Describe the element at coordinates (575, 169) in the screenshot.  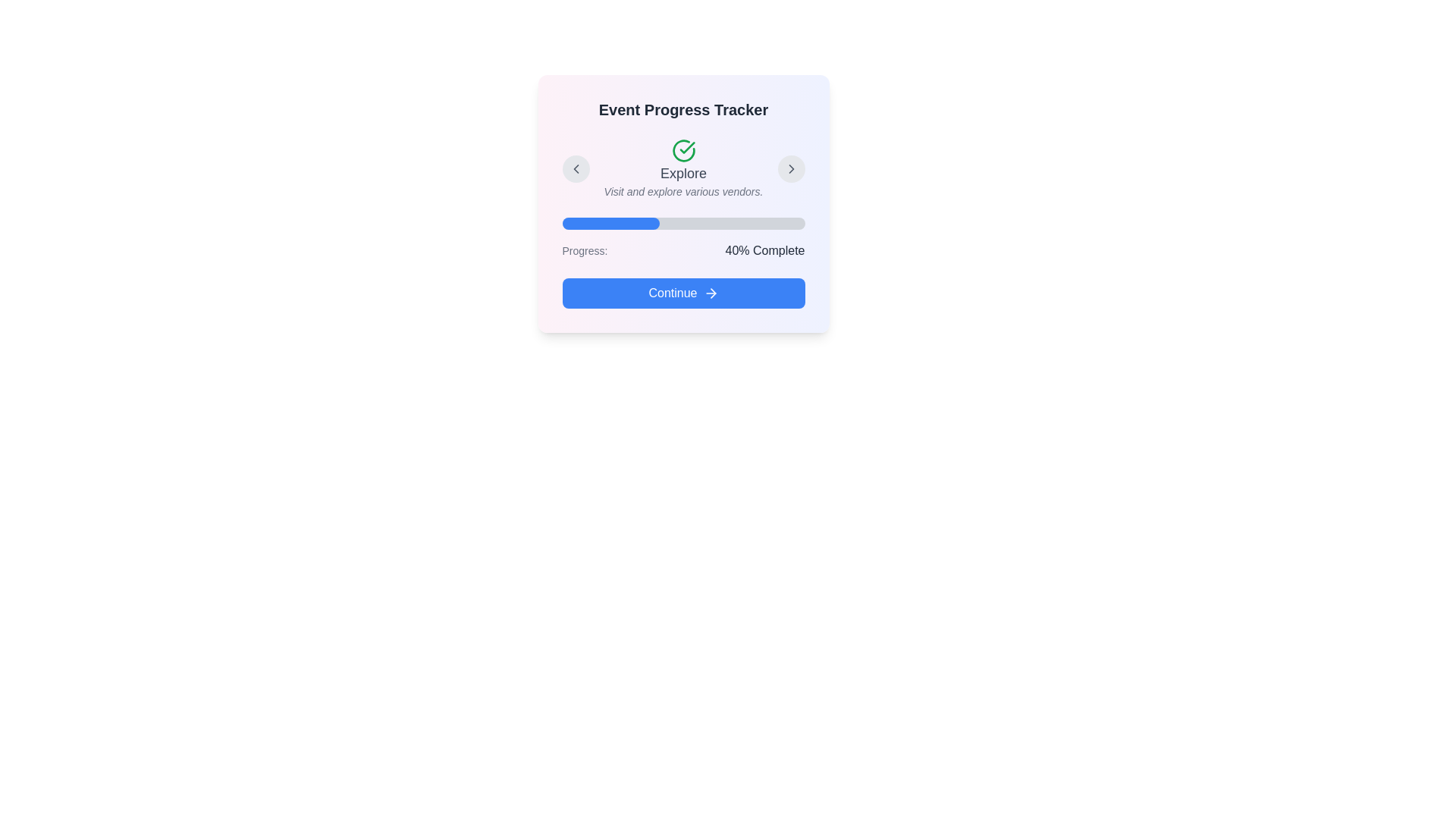
I see `the navigation button located in the top-left section of the main interactive card to observe interaction feedback` at that location.